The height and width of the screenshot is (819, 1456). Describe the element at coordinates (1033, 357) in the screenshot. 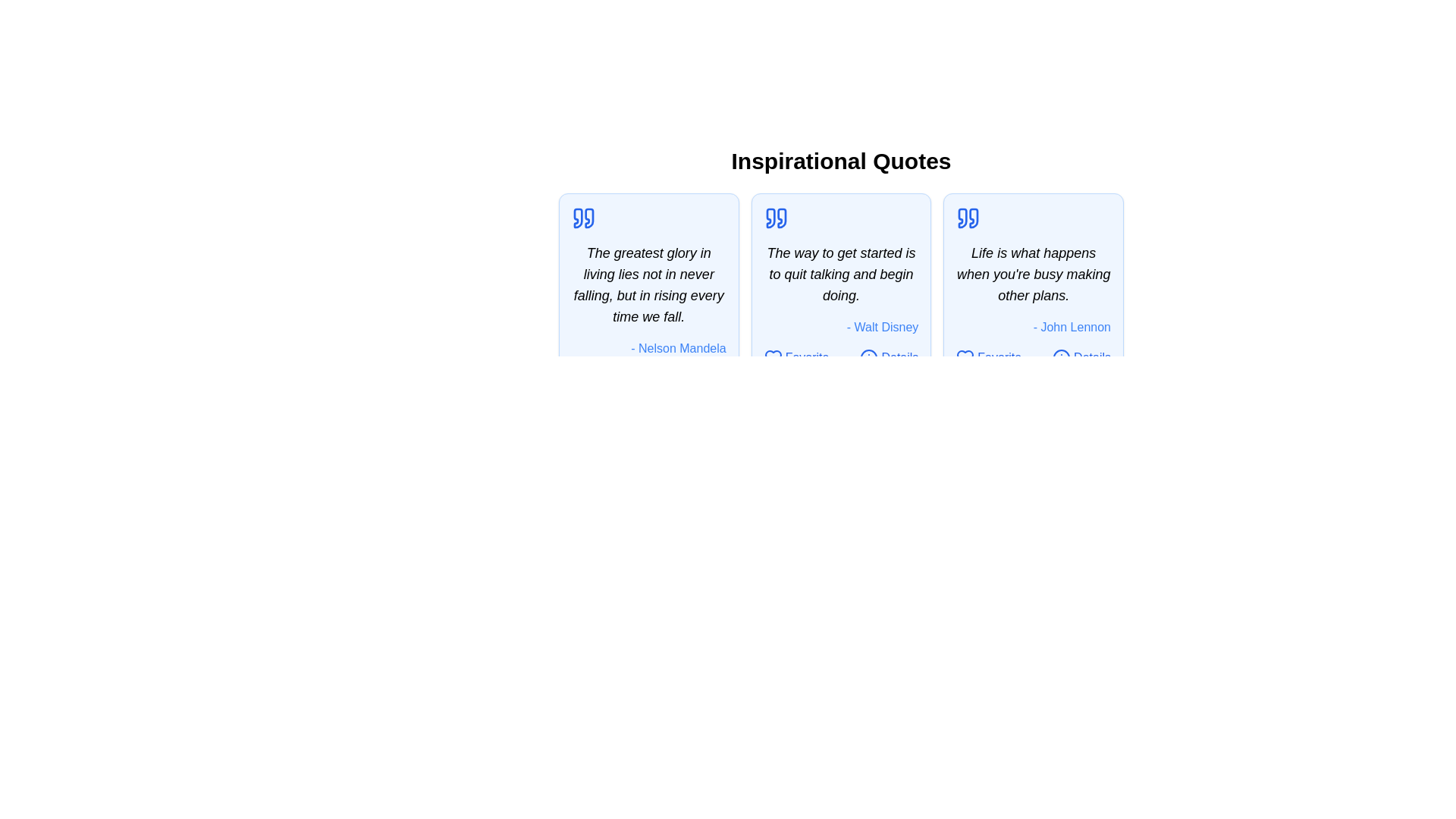

I see `the 'Favorite' interactive button located at the bottom of the rightmost card under the quote 'Life is what happens when you're busy making other plans.' to trigger a hover effect` at that location.